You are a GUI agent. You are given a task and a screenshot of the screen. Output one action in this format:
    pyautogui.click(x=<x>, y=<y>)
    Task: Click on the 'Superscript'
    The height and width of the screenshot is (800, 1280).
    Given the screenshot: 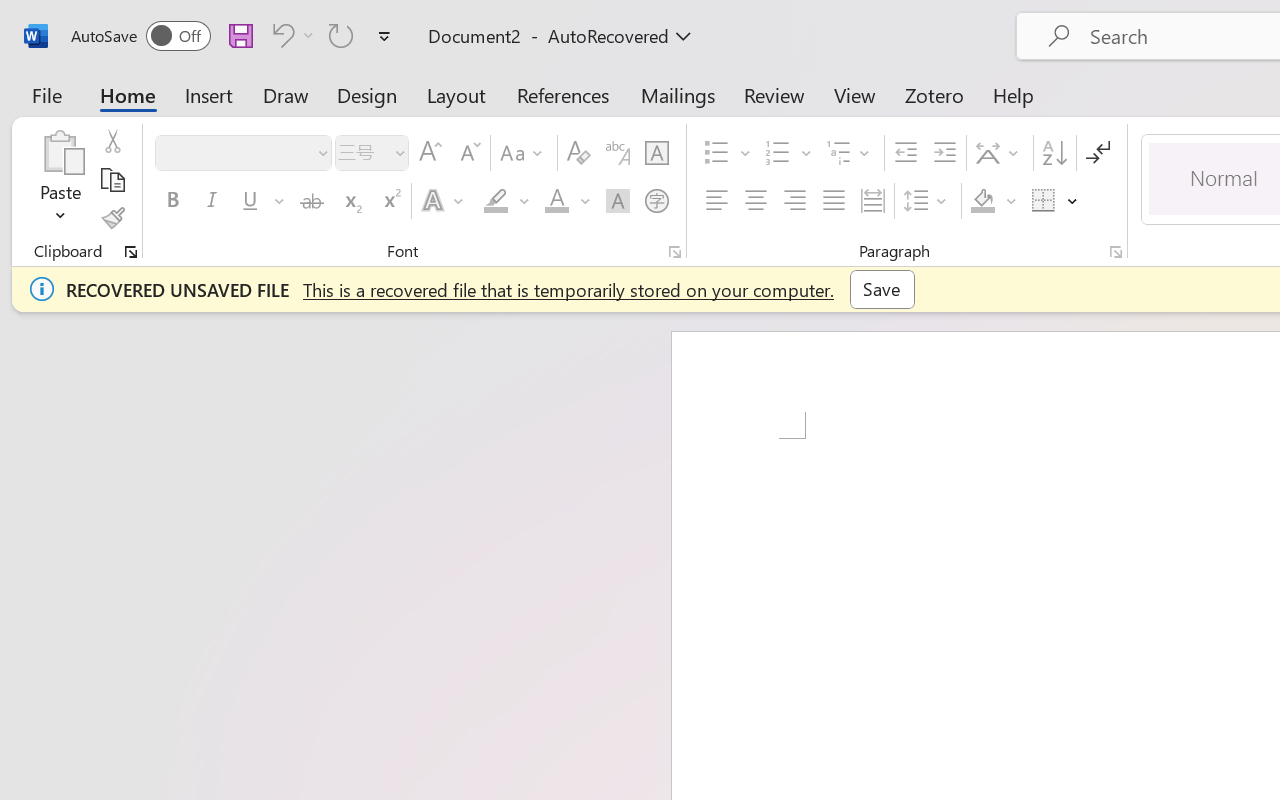 What is the action you would take?
    pyautogui.click(x=390, y=201)
    